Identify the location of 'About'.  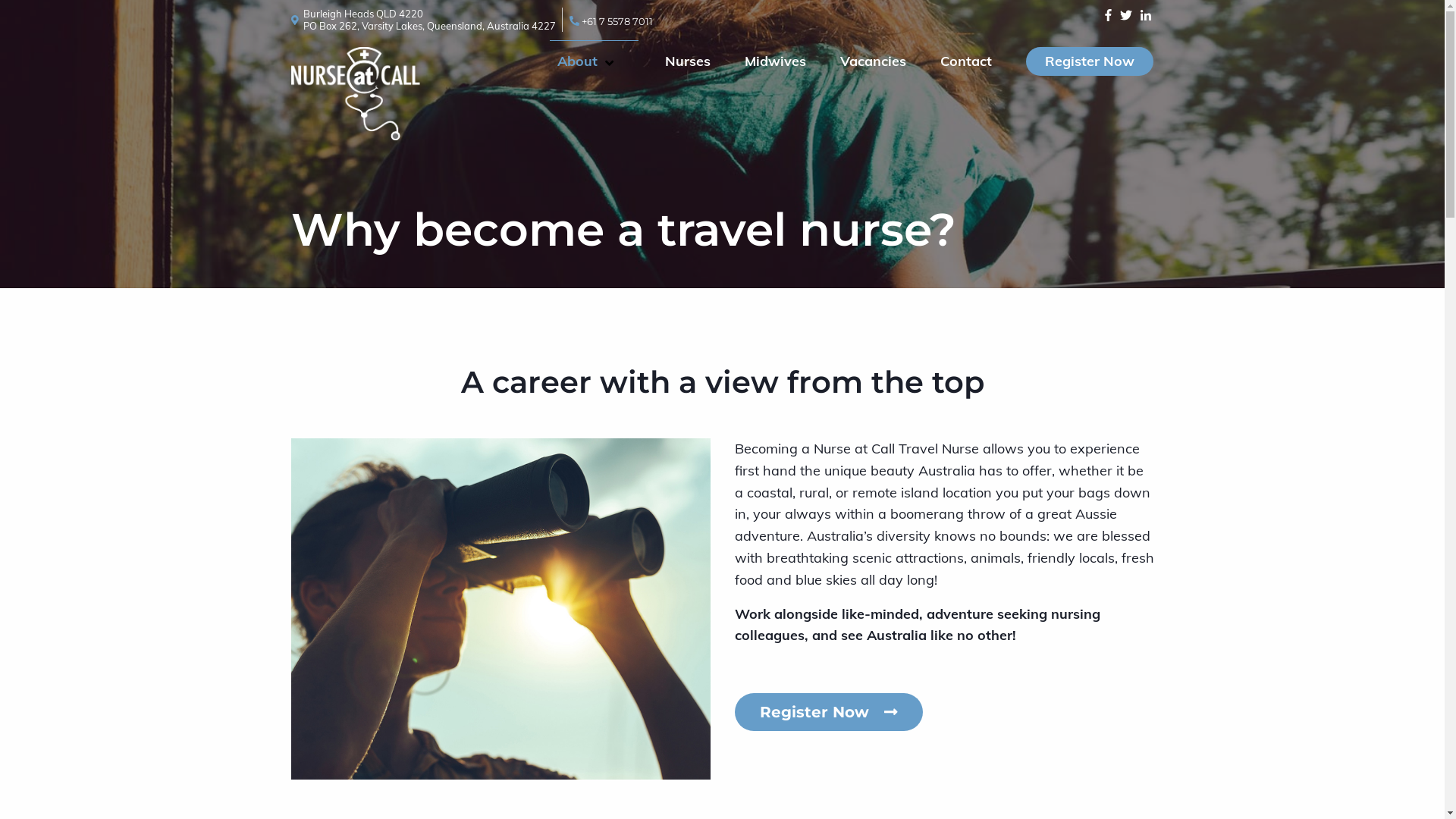
(556, 61).